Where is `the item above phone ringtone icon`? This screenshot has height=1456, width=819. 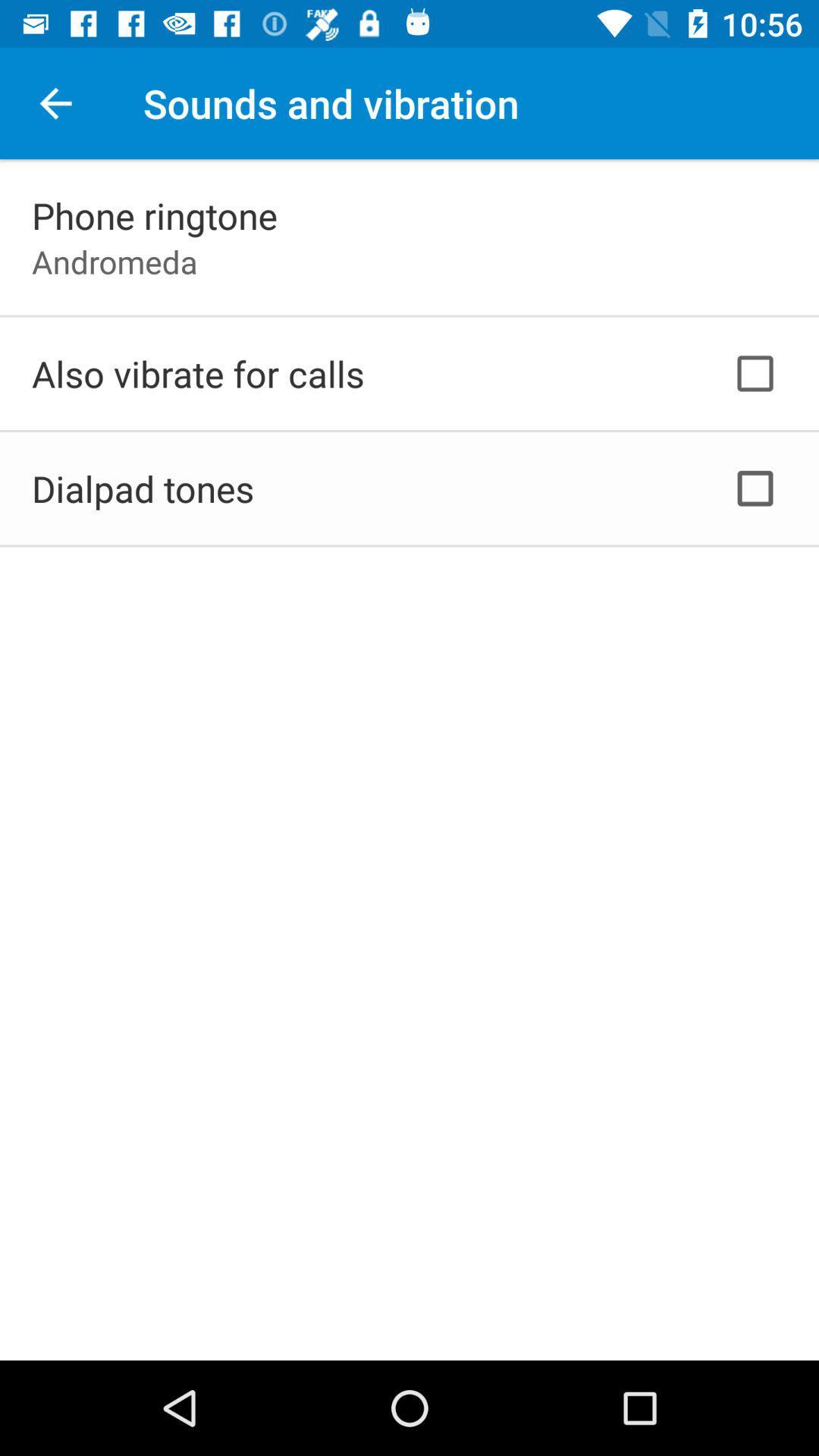
the item above phone ringtone icon is located at coordinates (55, 102).